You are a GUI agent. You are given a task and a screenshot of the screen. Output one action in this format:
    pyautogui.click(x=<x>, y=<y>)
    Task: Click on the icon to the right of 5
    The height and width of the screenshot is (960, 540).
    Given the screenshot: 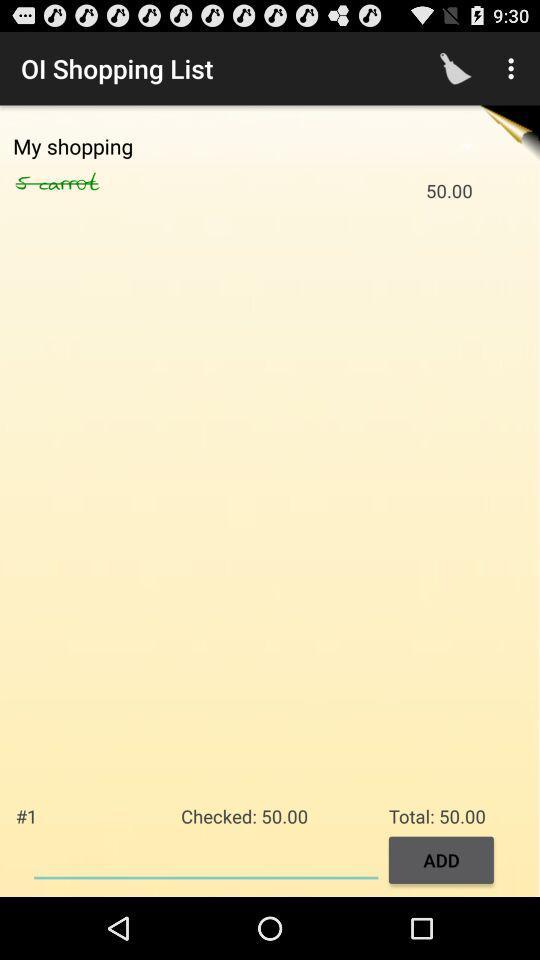 What is the action you would take?
    pyautogui.click(x=90, y=183)
    